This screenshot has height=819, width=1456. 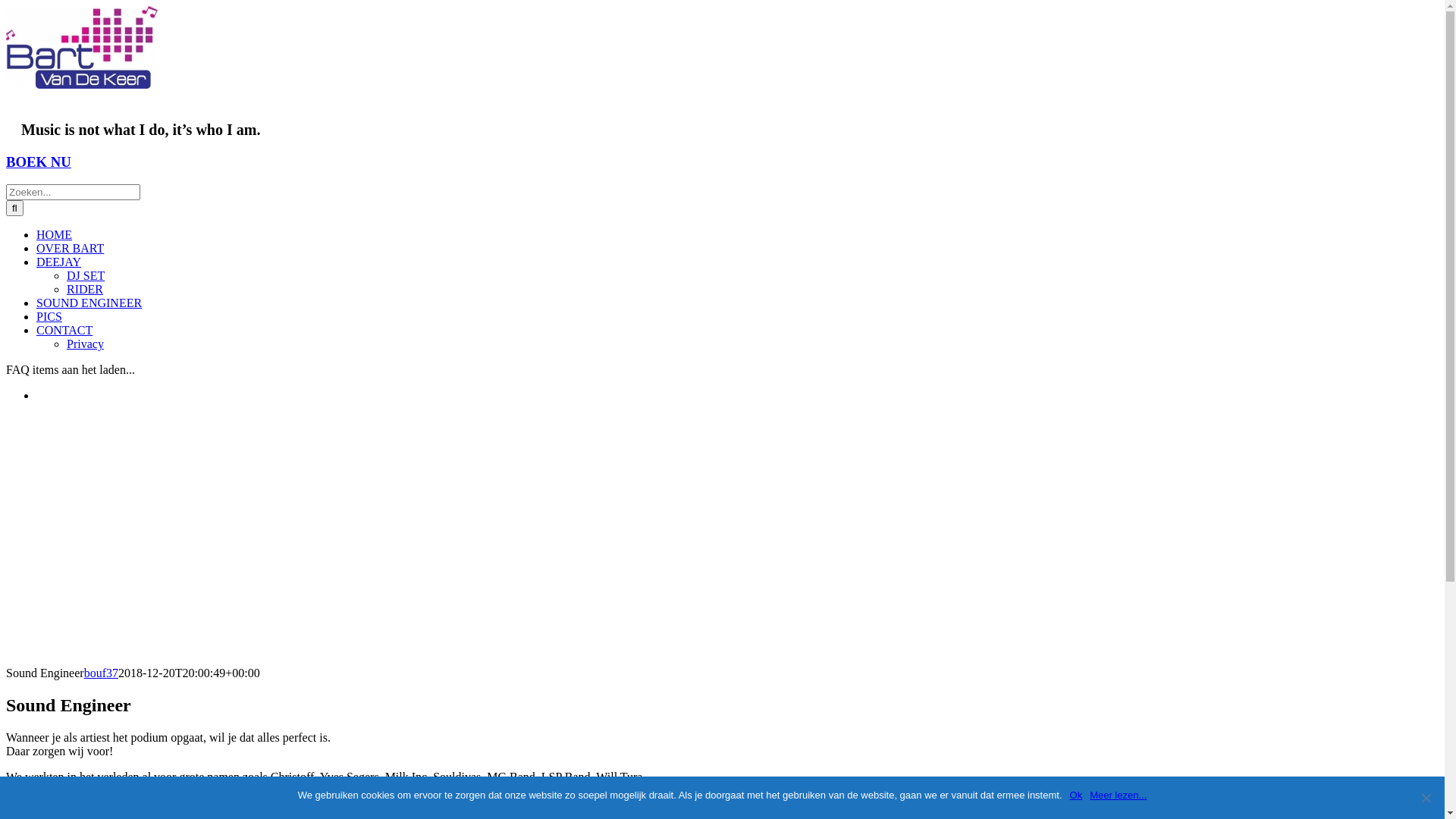 I want to click on 'DEEJAY', so click(x=36, y=261).